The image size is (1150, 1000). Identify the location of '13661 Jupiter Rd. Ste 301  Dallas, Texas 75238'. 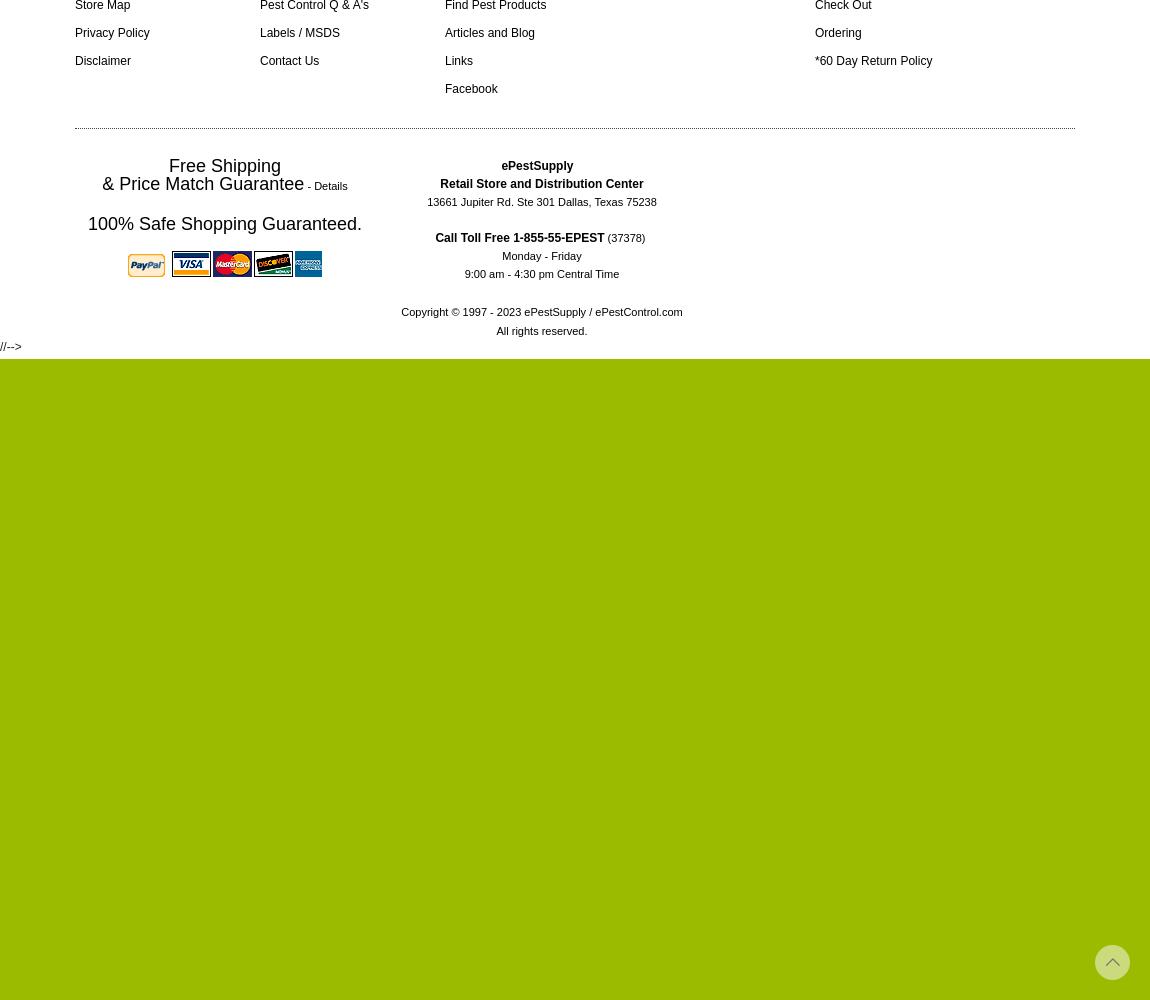
(426, 201).